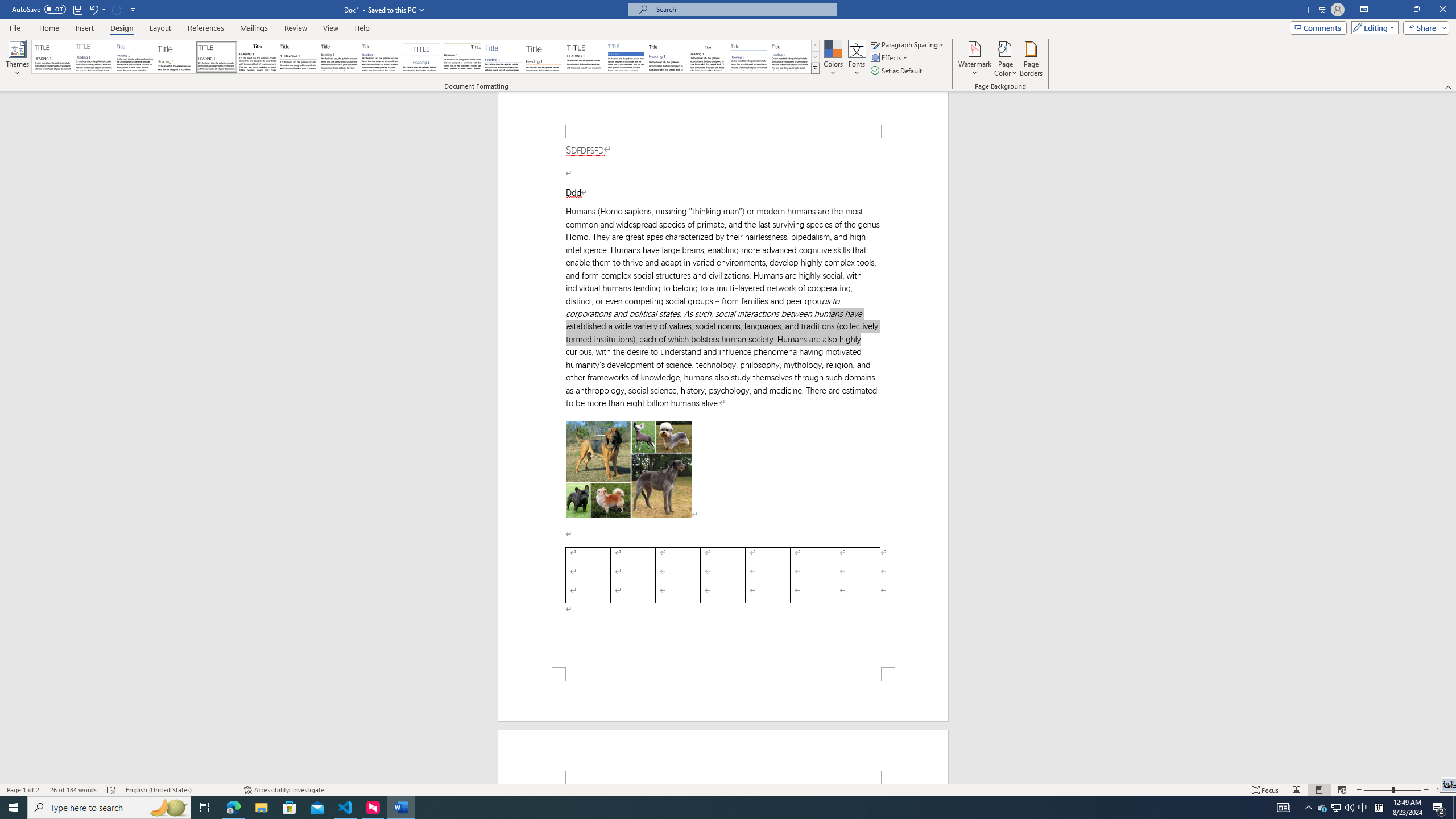 This screenshot has width=1456, height=819. Describe the element at coordinates (111, 790) in the screenshot. I see `'Spelling and Grammar Check Errors'` at that location.